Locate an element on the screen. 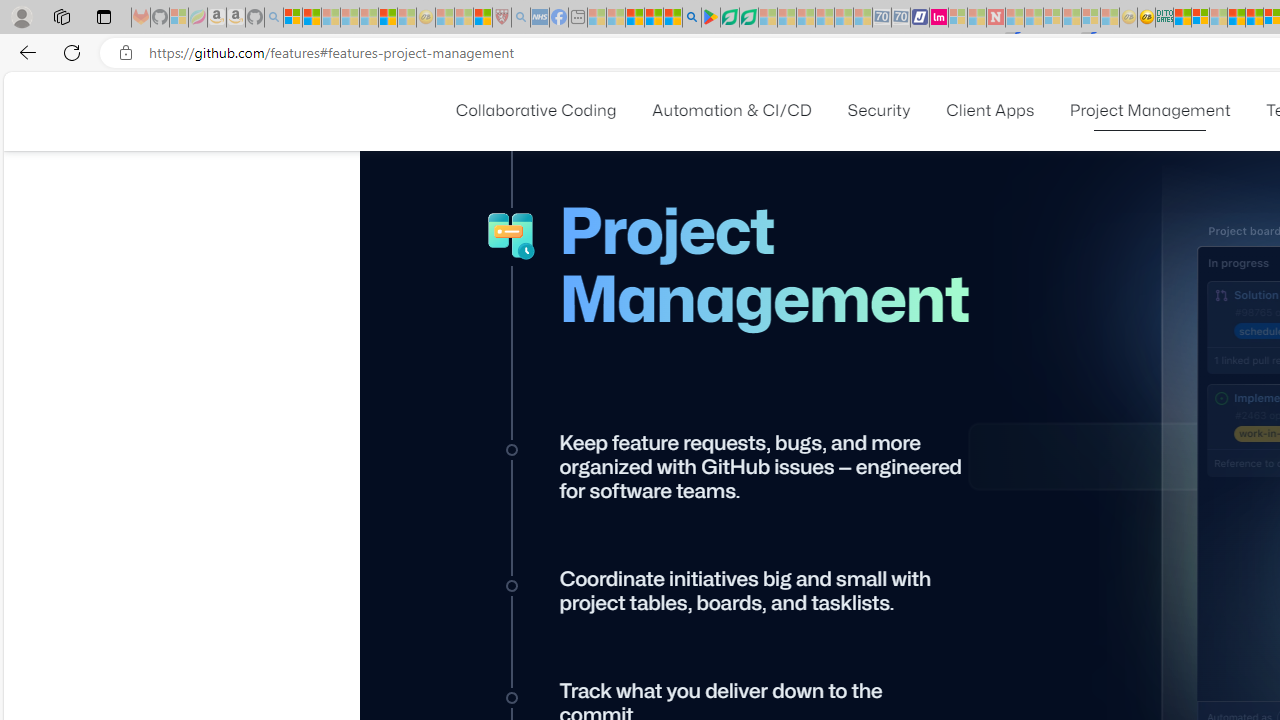  'Microsoft account | Privacy' is located at coordinates (1200, 17).